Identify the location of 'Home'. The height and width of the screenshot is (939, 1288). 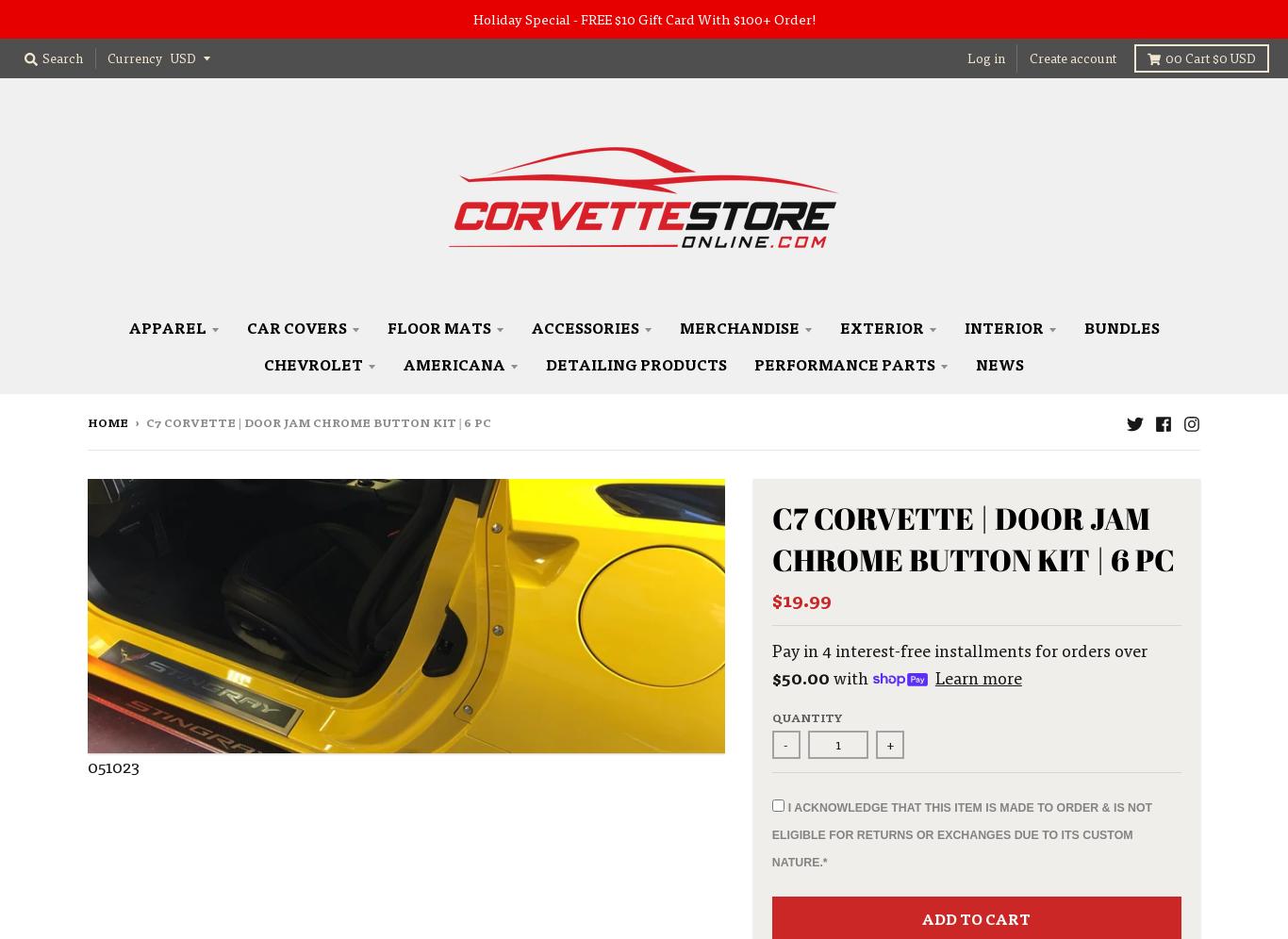
(107, 422).